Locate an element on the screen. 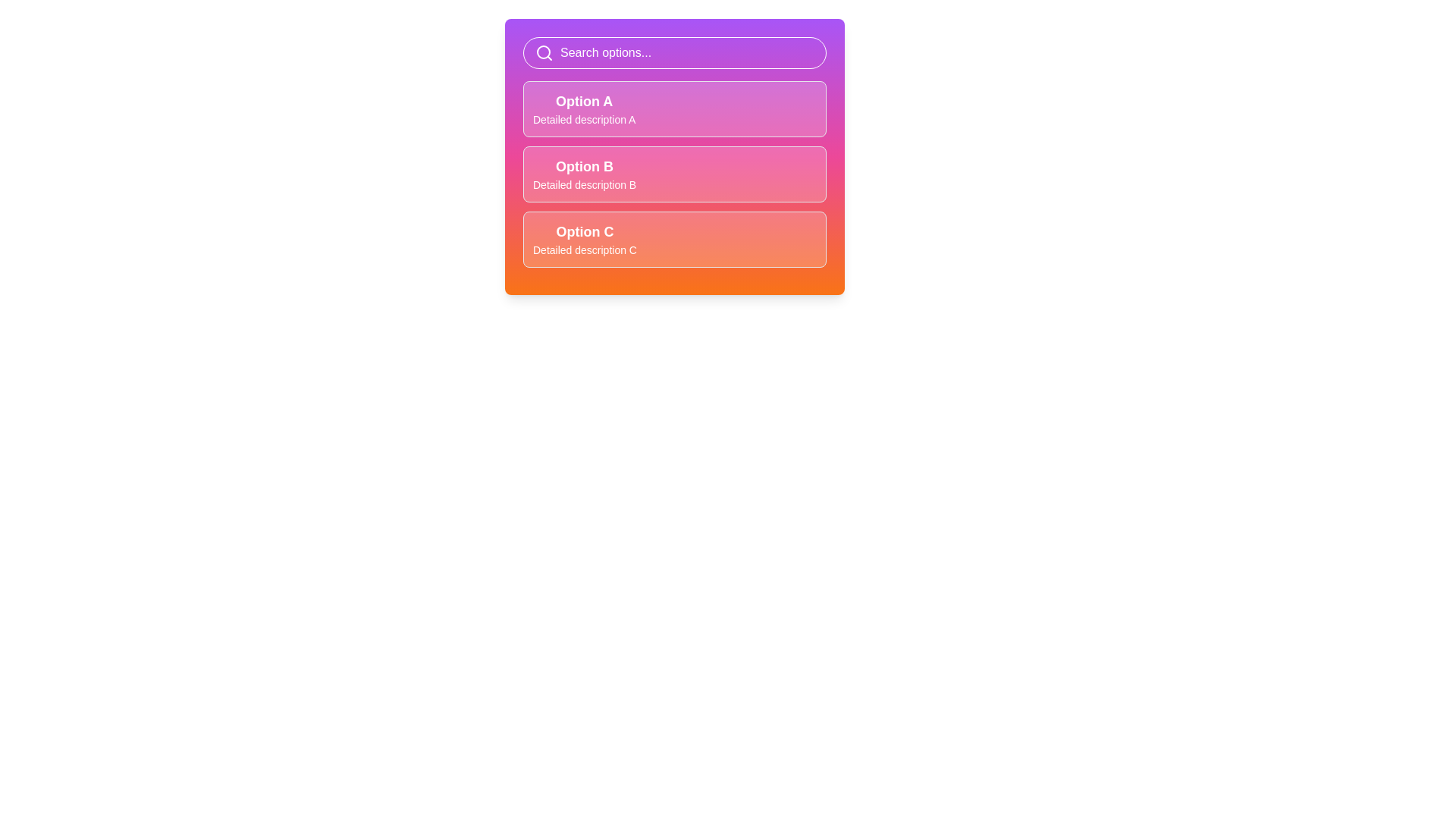  details of the second item in the selectable list, located beneath 'Option A' and above 'Option C' within the panel in the upper right portion of the interface is located at coordinates (584, 174).